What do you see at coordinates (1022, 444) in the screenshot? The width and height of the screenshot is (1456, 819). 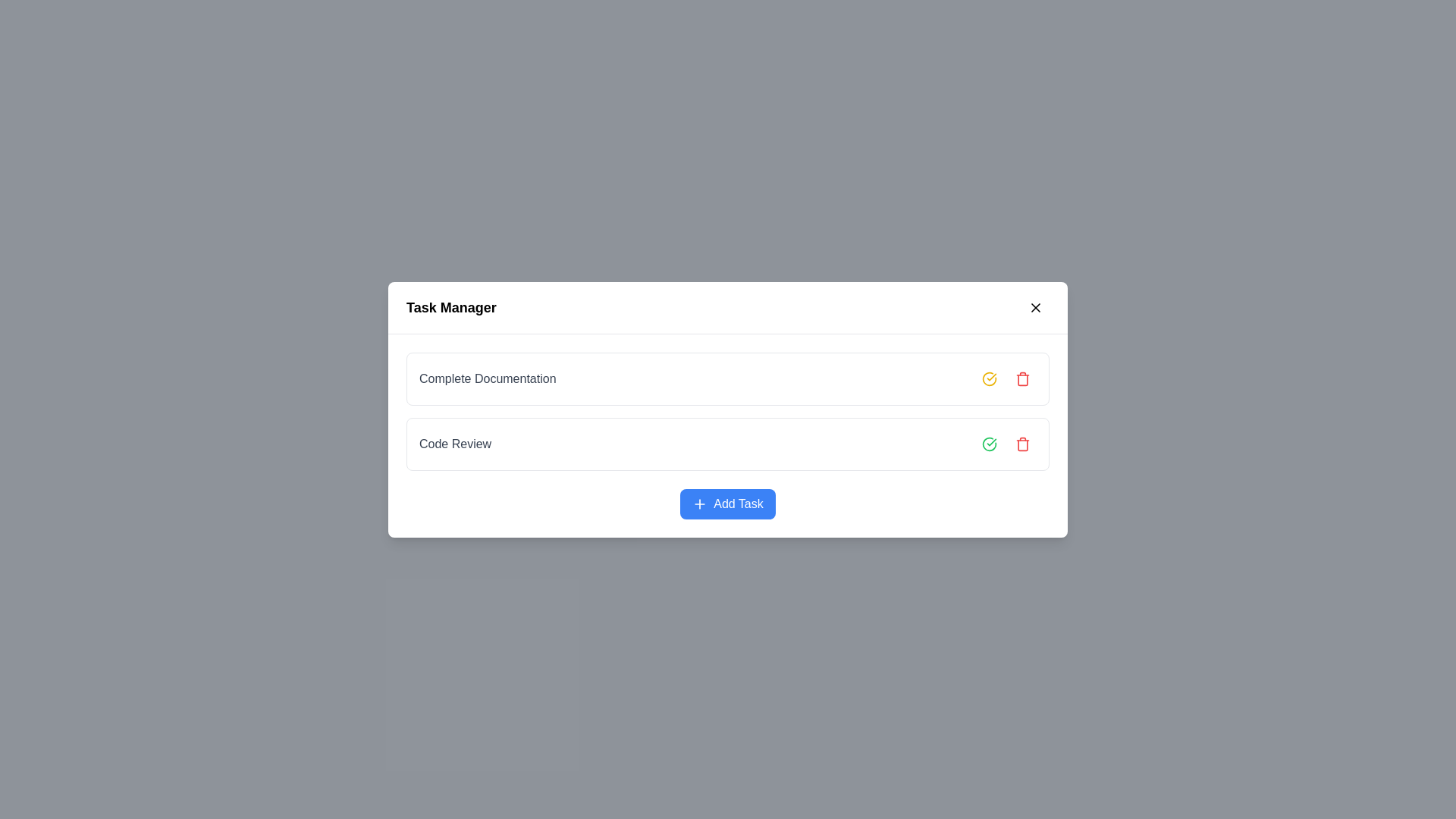 I see `the delete button on the far right end of the 'Code Review' task in the task manager list` at bounding box center [1022, 444].